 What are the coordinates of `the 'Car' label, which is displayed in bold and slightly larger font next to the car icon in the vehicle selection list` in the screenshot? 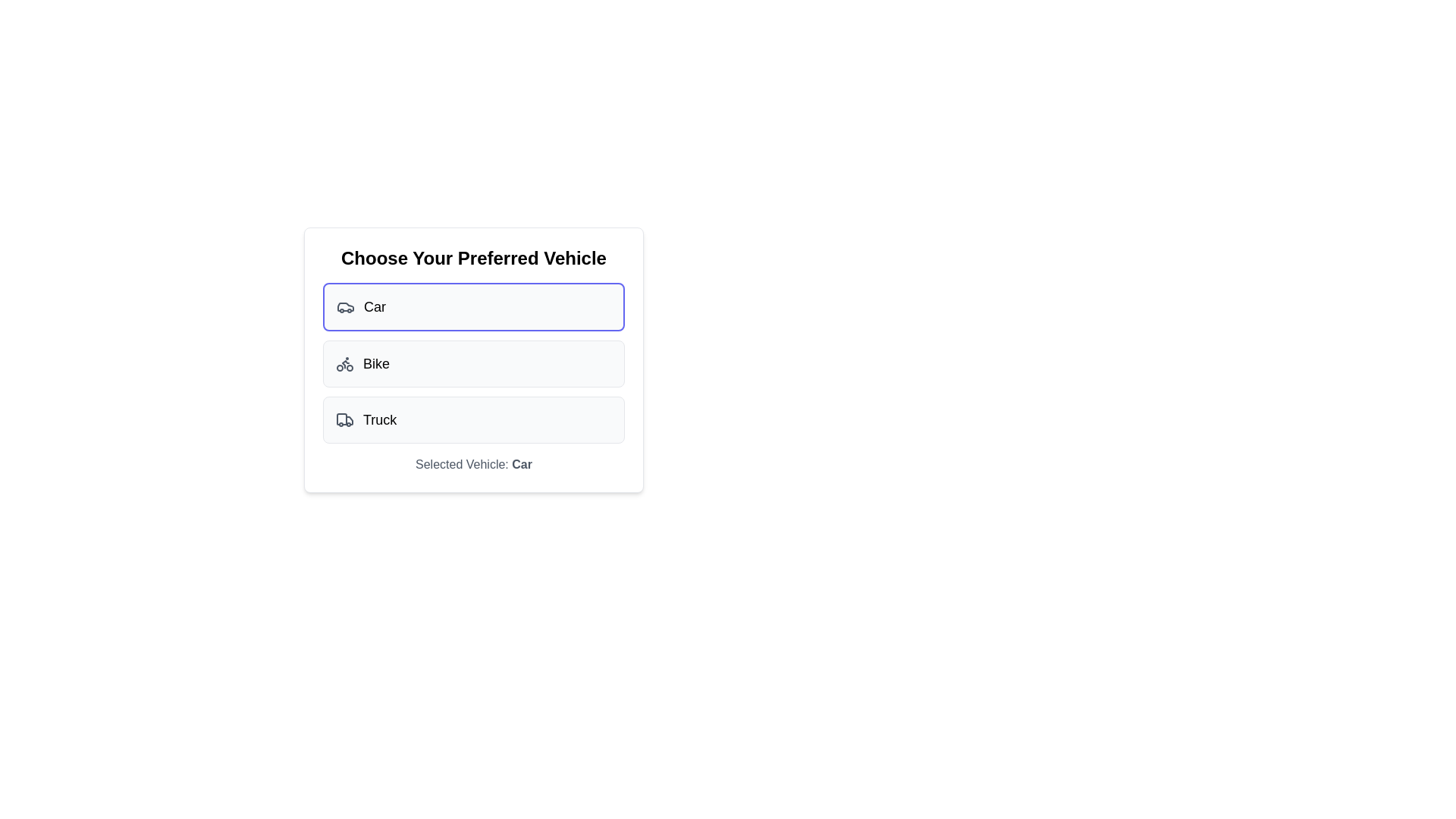 It's located at (375, 307).